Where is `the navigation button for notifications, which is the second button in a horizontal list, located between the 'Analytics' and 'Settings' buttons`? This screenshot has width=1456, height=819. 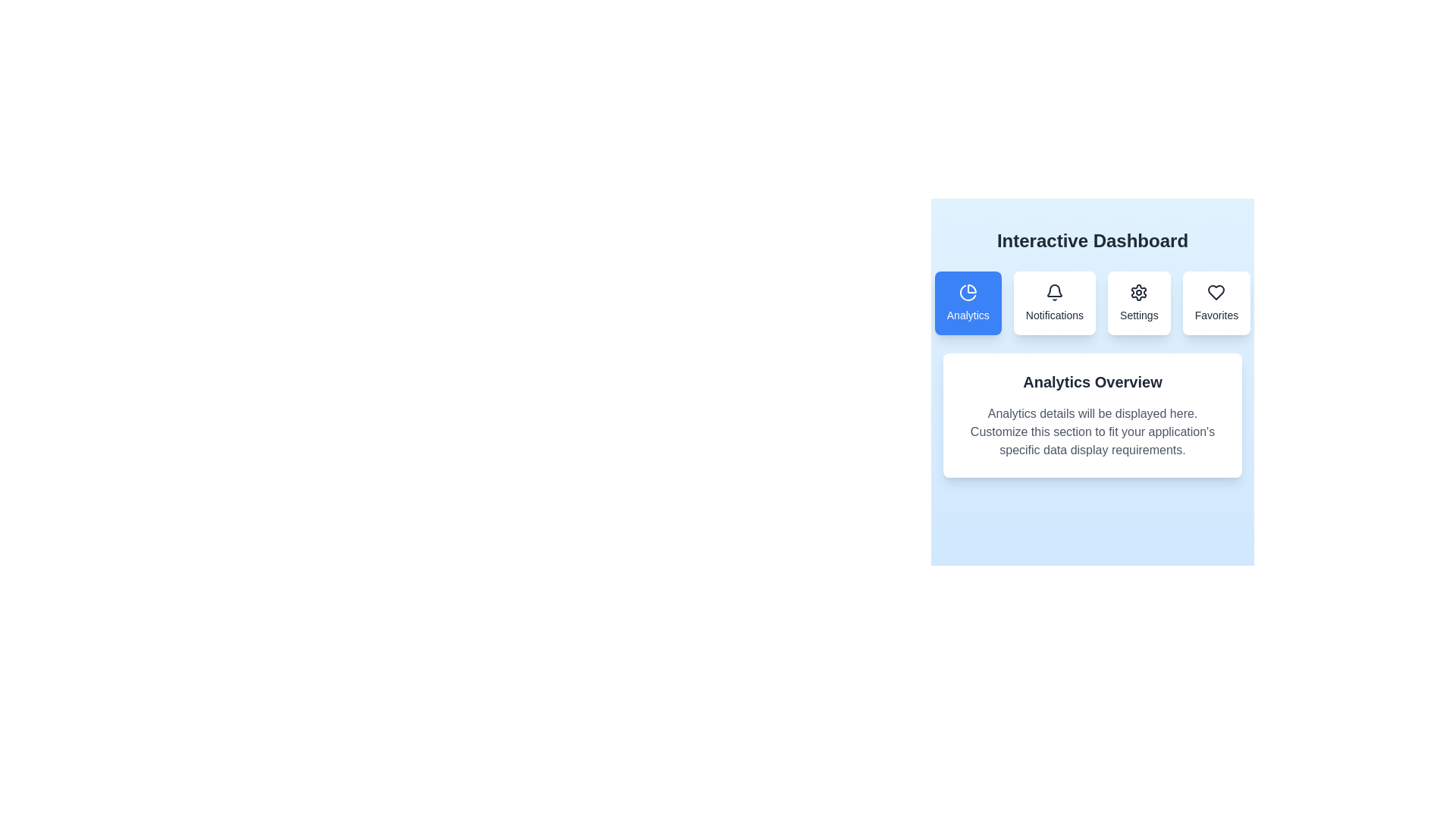
the navigation button for notifications, which is the second button in a horizontal list, located between the 'Analytics' and 'Settings' buttons is located at coordinates (1053, 303).